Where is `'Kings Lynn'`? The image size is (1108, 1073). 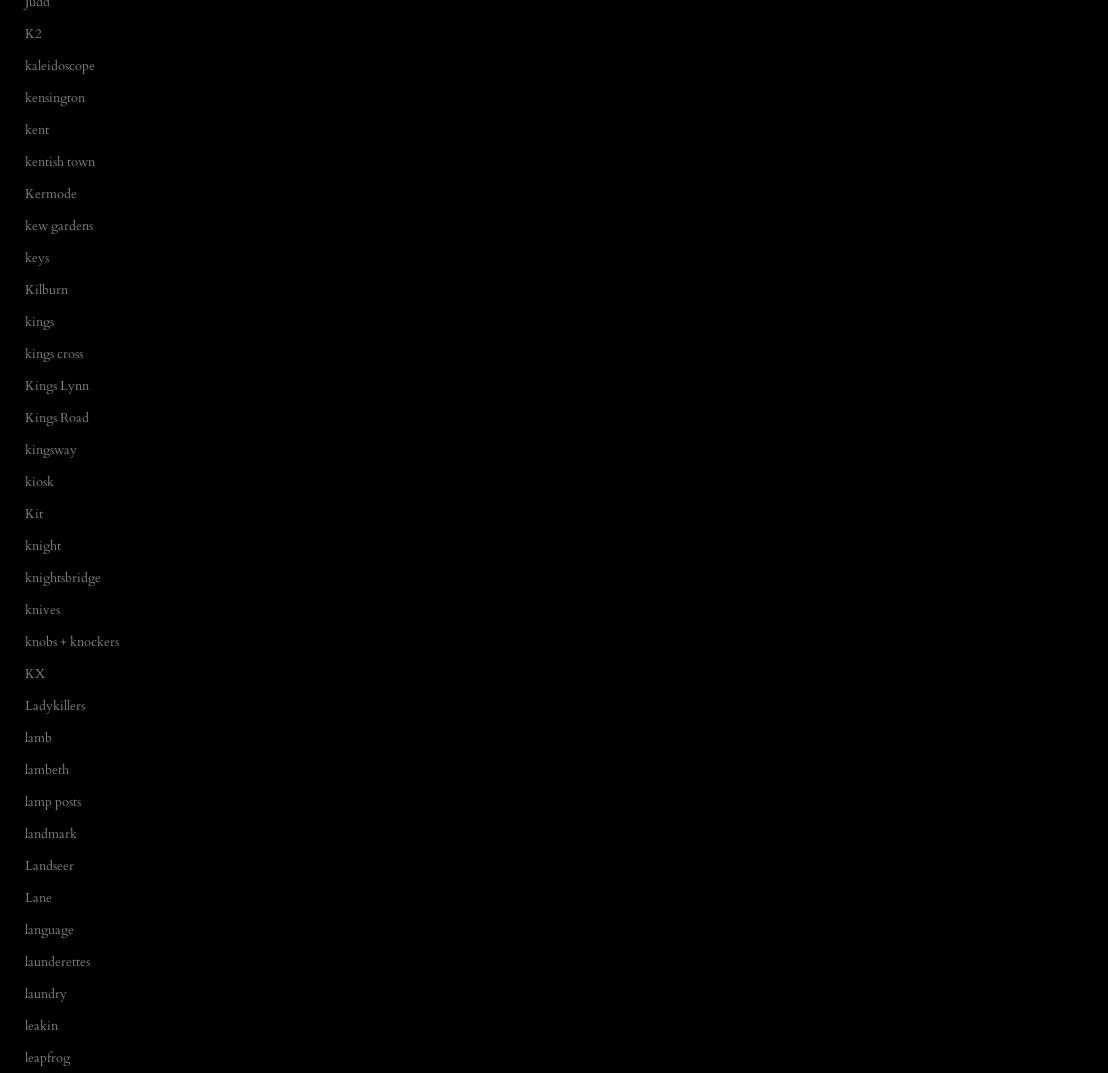 'Kings Lynn' is located at coordinates (55, 383).